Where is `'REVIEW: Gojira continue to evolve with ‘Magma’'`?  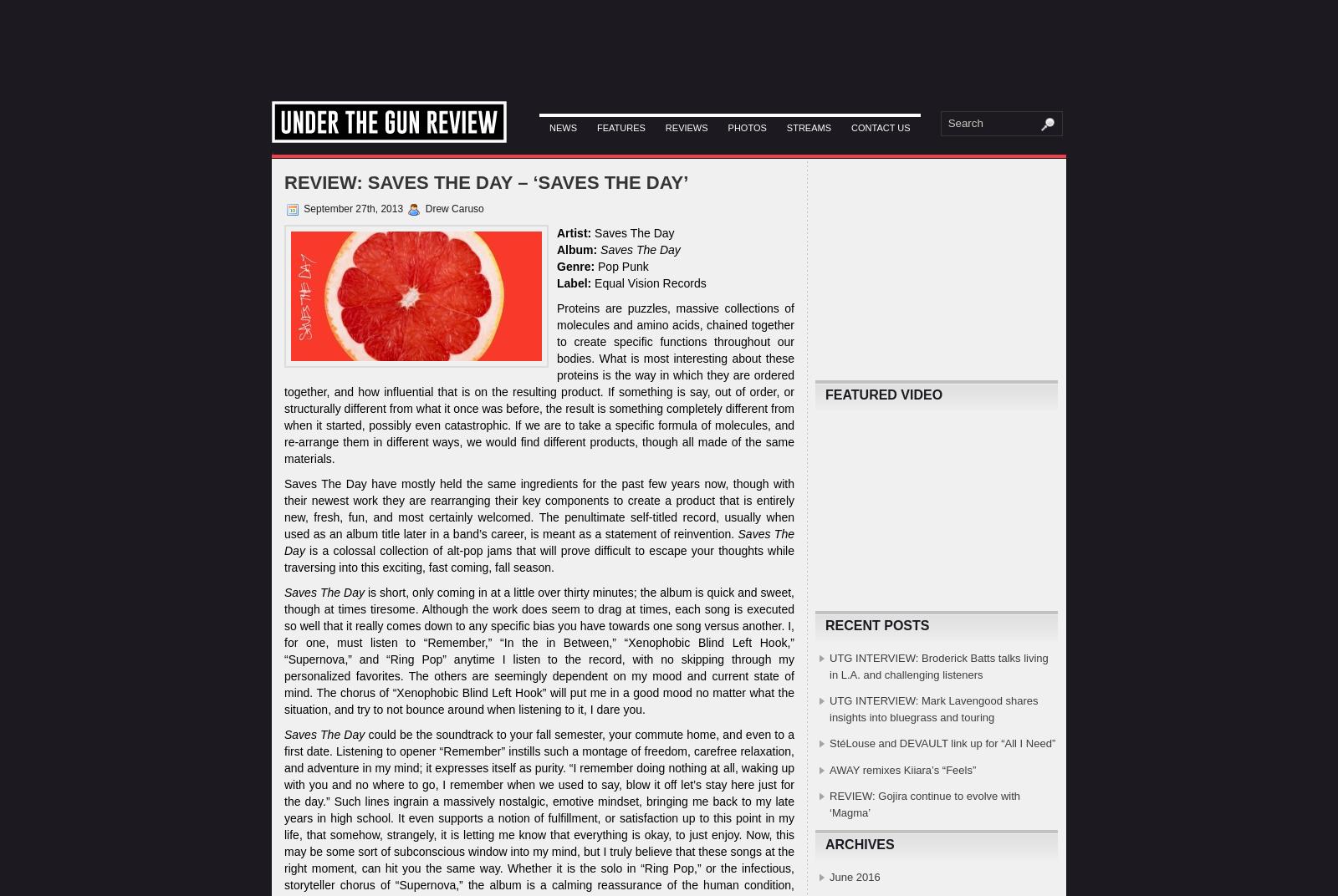 'REVIEW: Gojira continue to evolve with ‘Magma’' is located at coordinates (924, 803).